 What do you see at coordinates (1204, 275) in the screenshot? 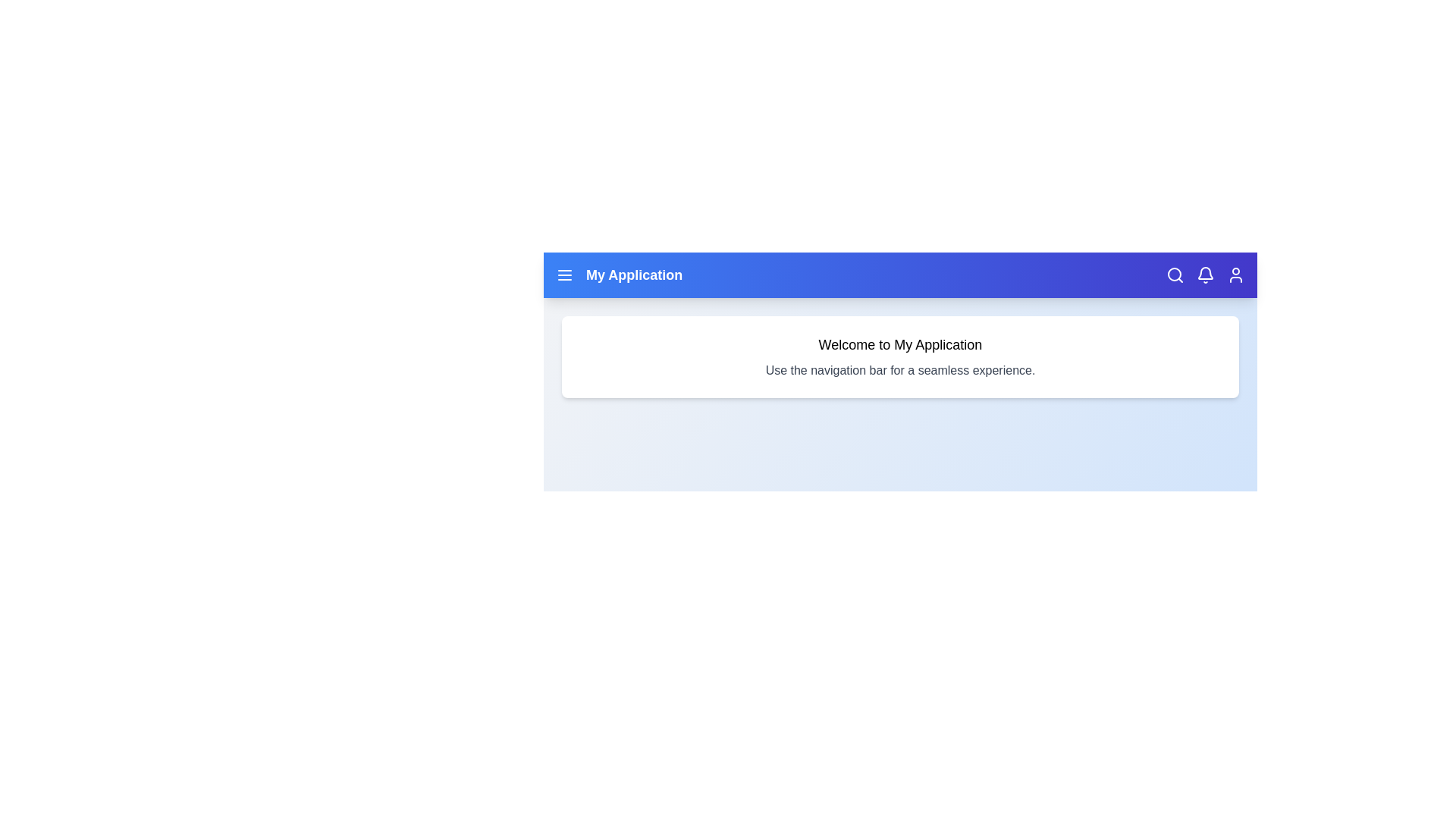
I see `the notification bell icon` at bounding box center [1204, 275].